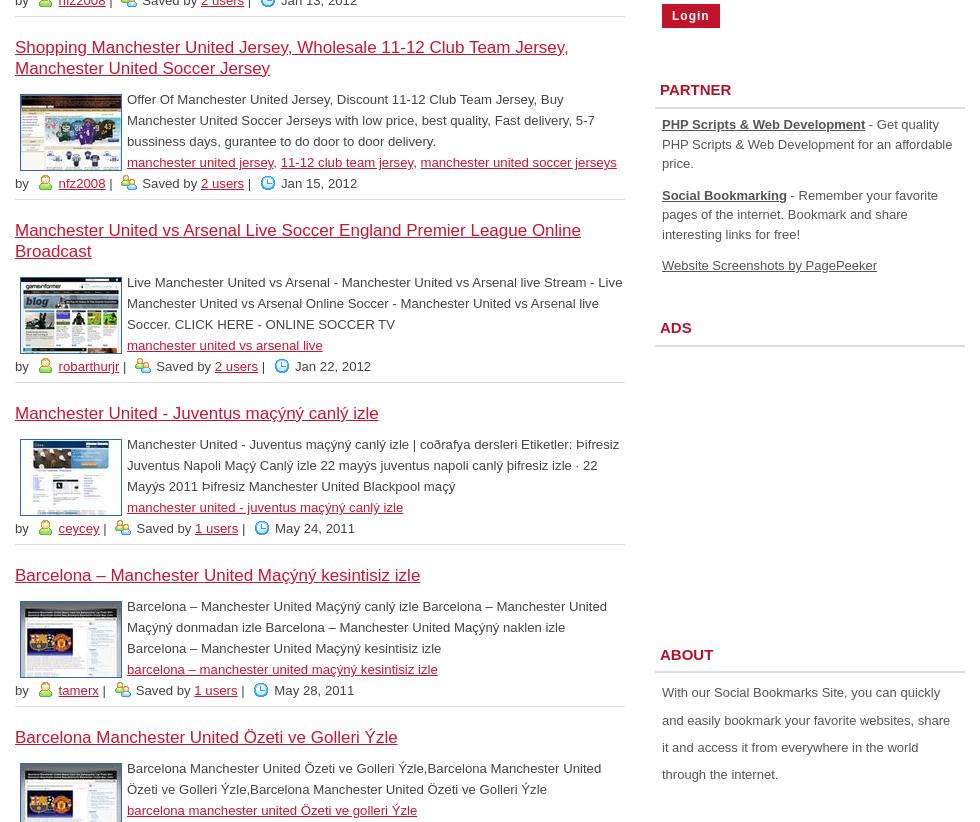 The width and height of the screenshot is (980, 822). Describe the element at coordinates (661, 733) in the screenshot. I see `'With our Social Bookmarks Site, you can quickly and easily bookmark your favorite websites, share it and access it from everywhere in the world through the internet.'` at that location.